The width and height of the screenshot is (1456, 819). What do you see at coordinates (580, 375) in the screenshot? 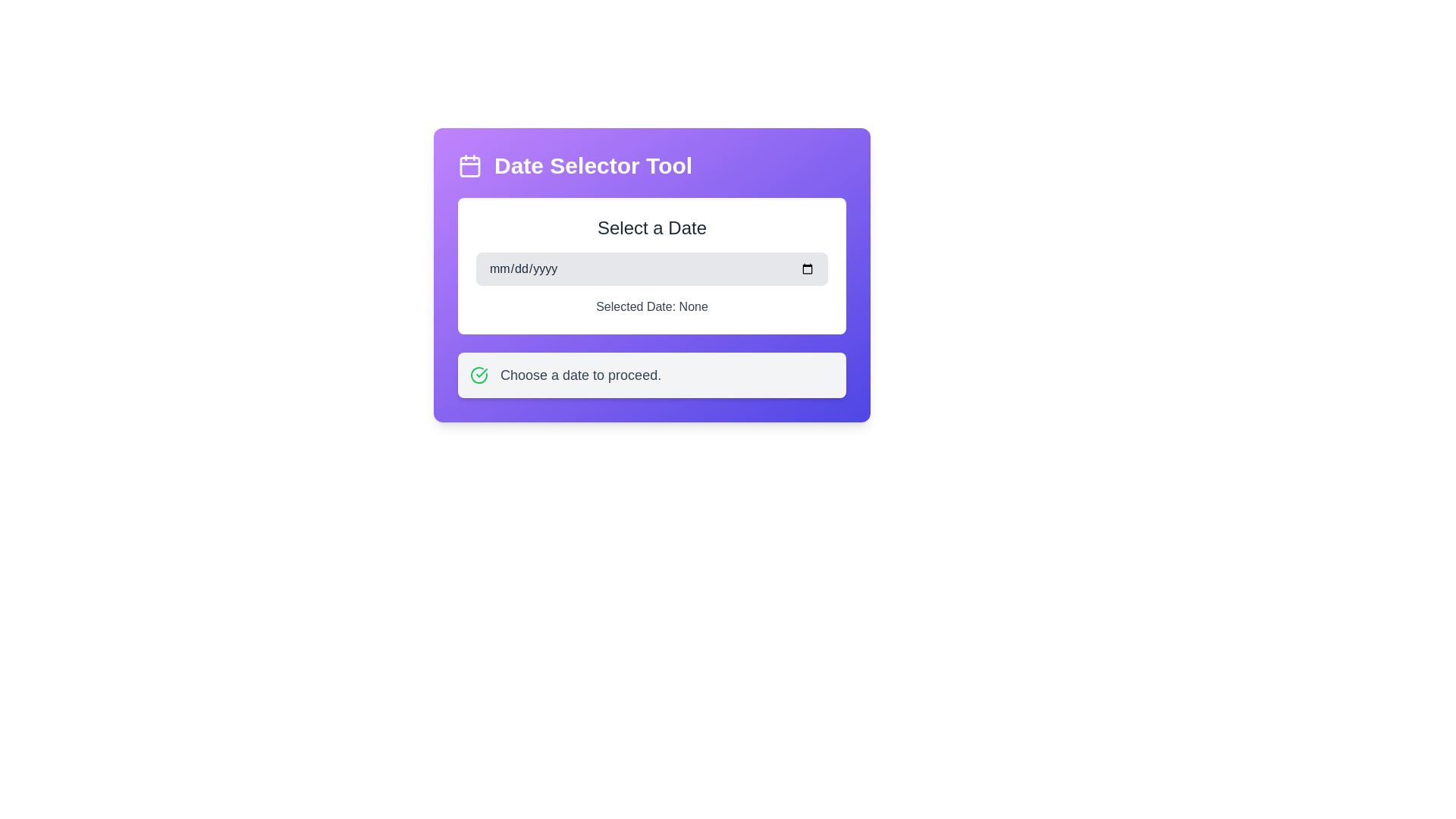
I see `the instructional label that reads 'Choose a date to proceed.' This label is styled in medium gray and is positioned below the main date input area, to the right of a green check icon` at bounding box center [580, 375].